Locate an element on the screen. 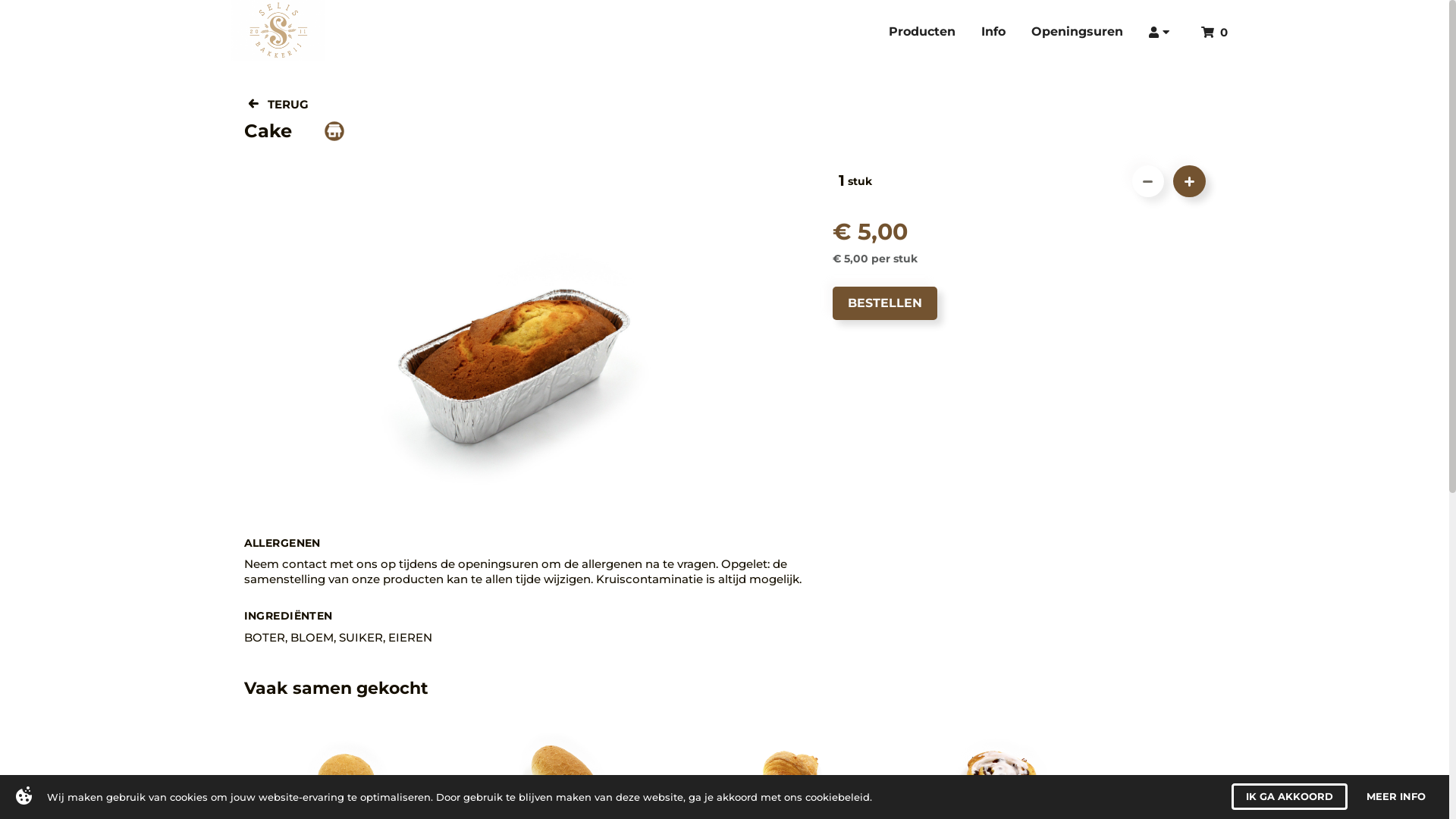  'I AGREE' is located at coordinates (1316, 795).